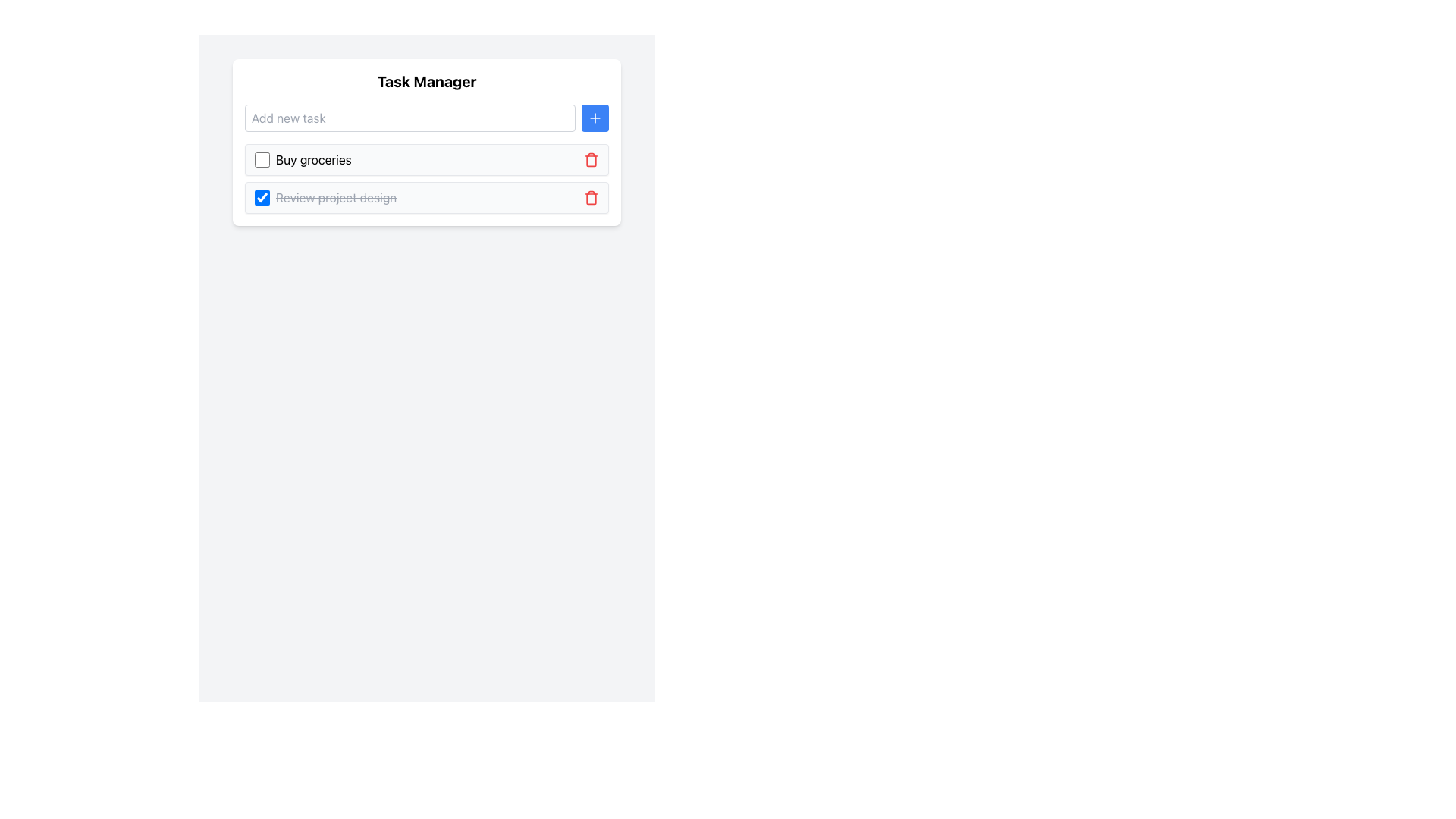  I want to click on the empty green-bordered checkbox located to the left of the task label 'Buy groceries', so click(262, 160).